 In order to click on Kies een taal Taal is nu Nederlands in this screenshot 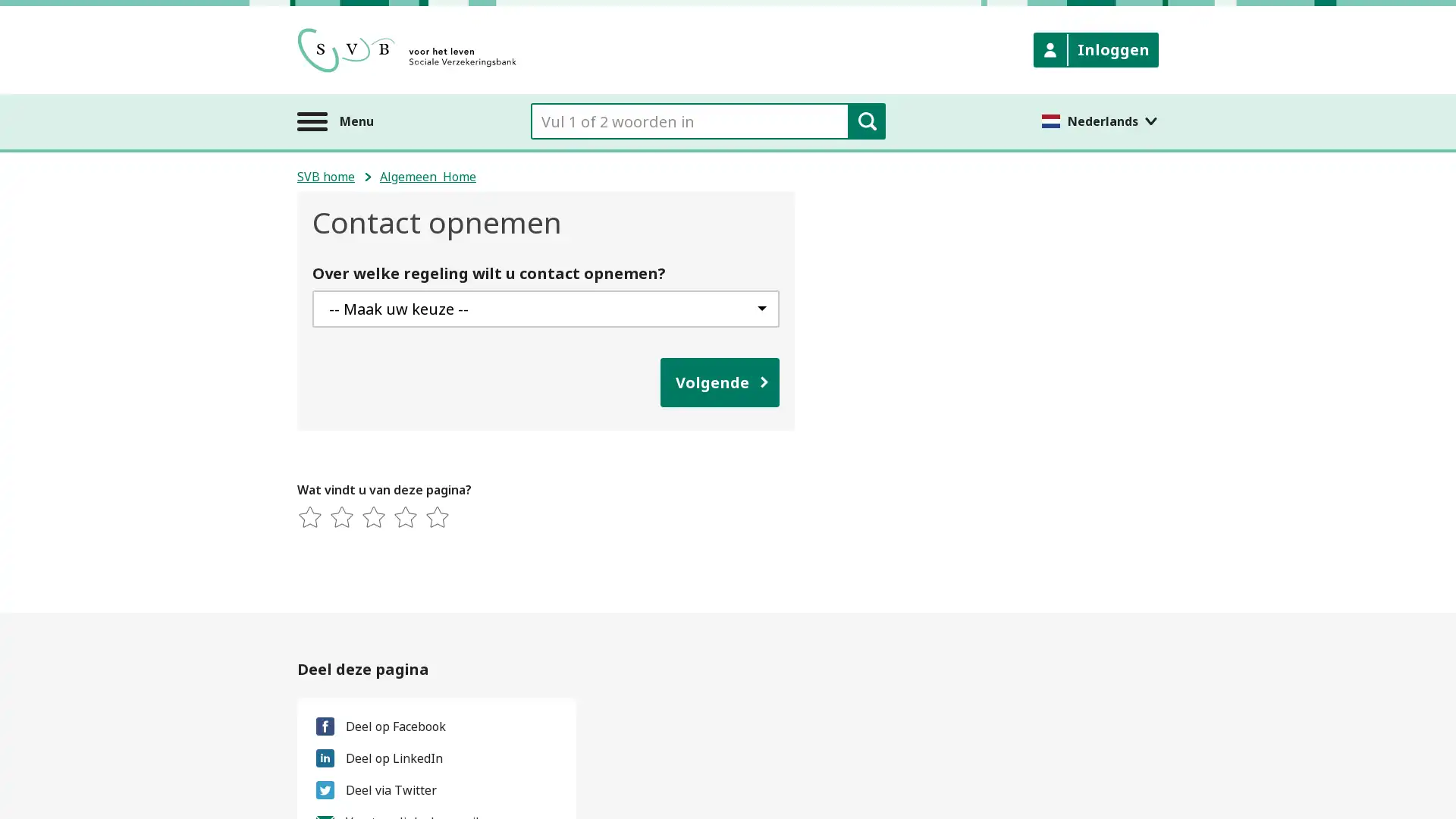, I will do `click(1100, 120)`.